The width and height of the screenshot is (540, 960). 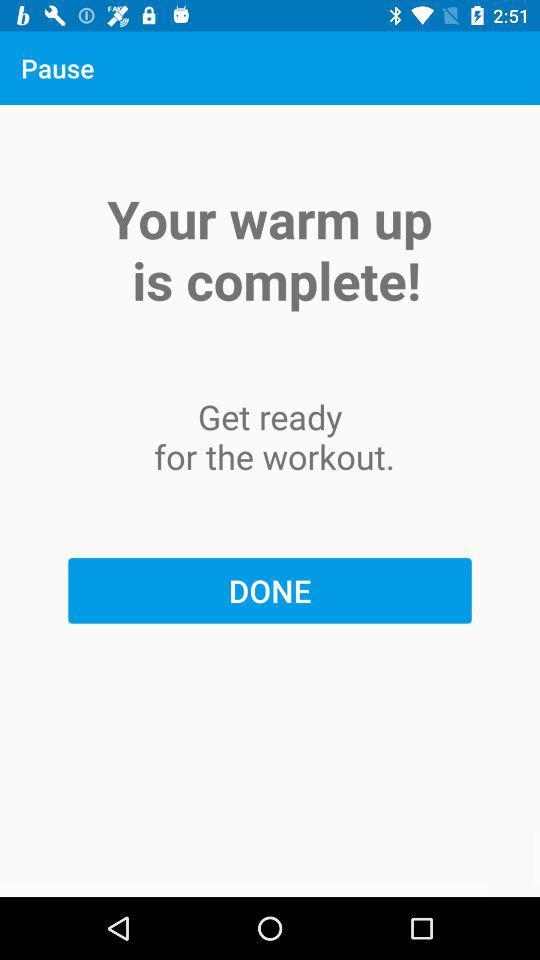 I want to click on icon below get ready for item, so click(x=270, y=590).